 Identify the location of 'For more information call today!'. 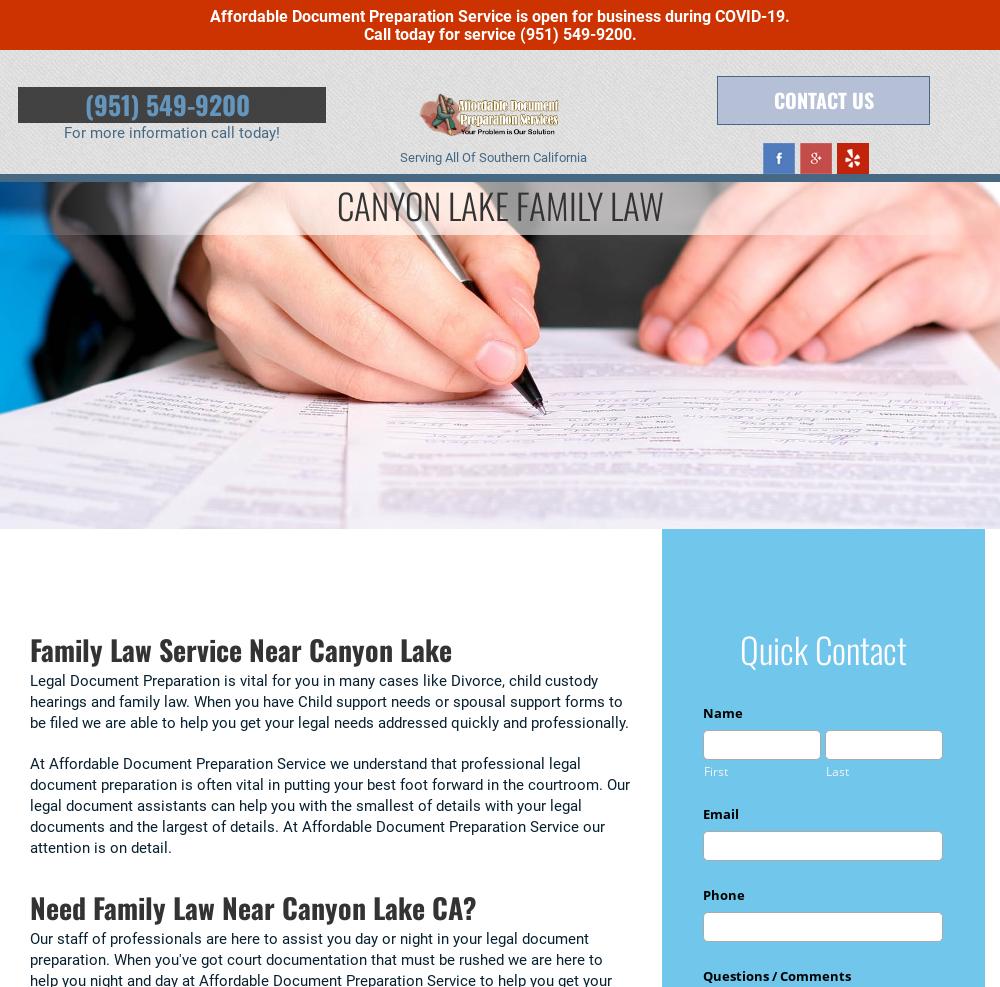
(171, 133).